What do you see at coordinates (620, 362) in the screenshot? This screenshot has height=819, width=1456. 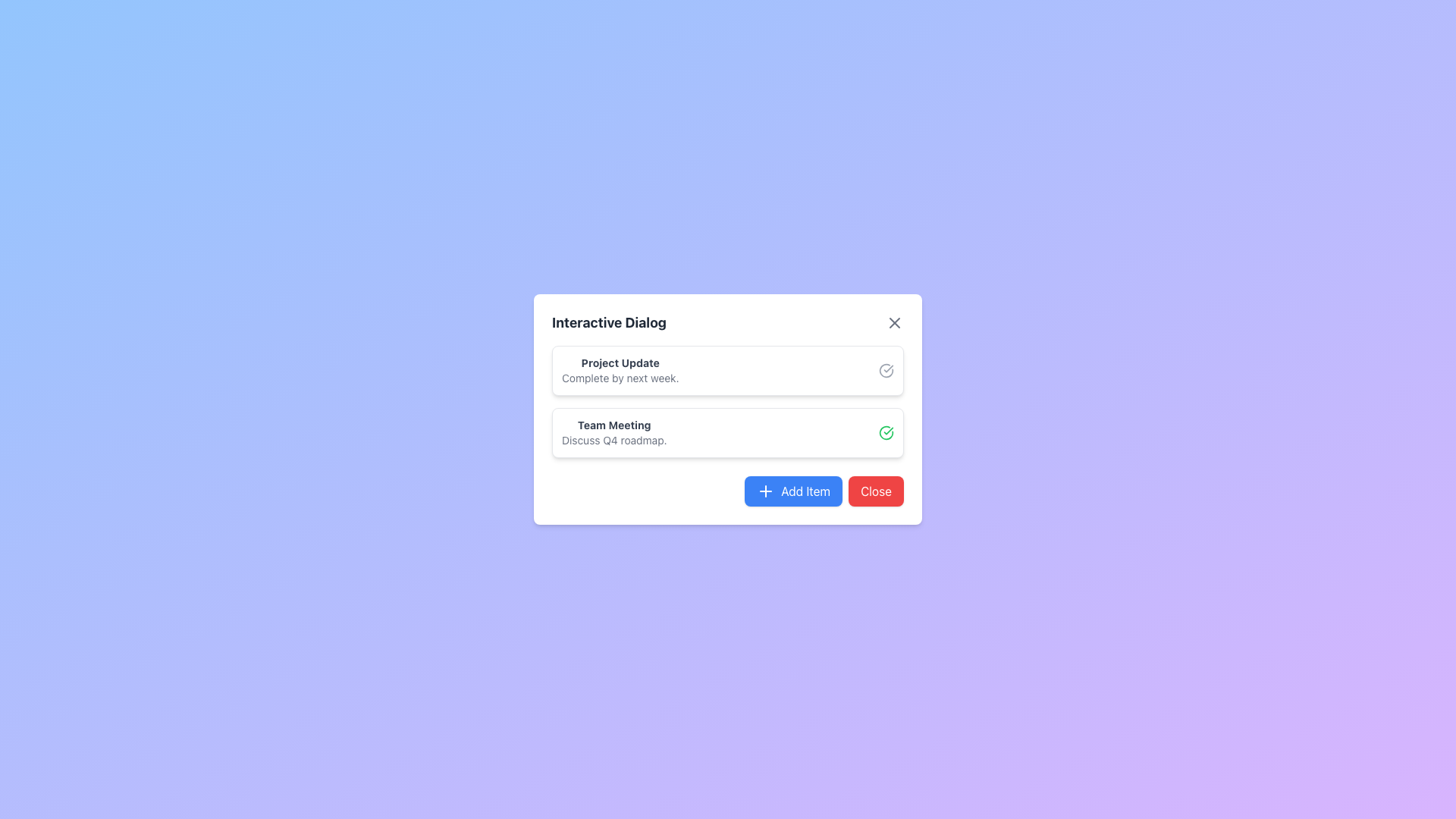 I see `the bold text element reading 'Project Update' located at the top of the first item in the interactive dialog box` at bounding box center [620, 362].